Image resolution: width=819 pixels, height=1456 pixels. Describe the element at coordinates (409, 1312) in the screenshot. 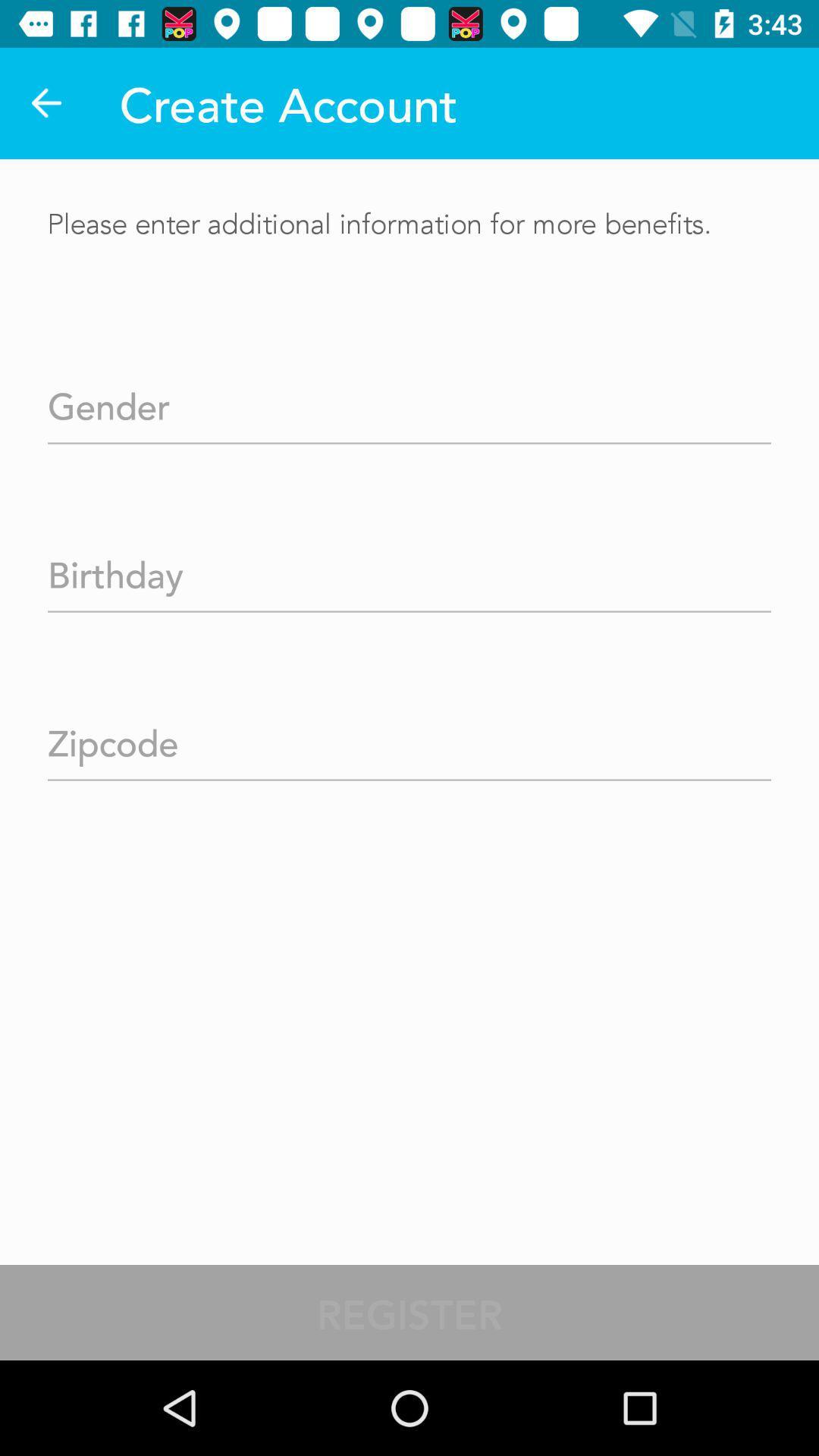

I see `the register item` at that location.